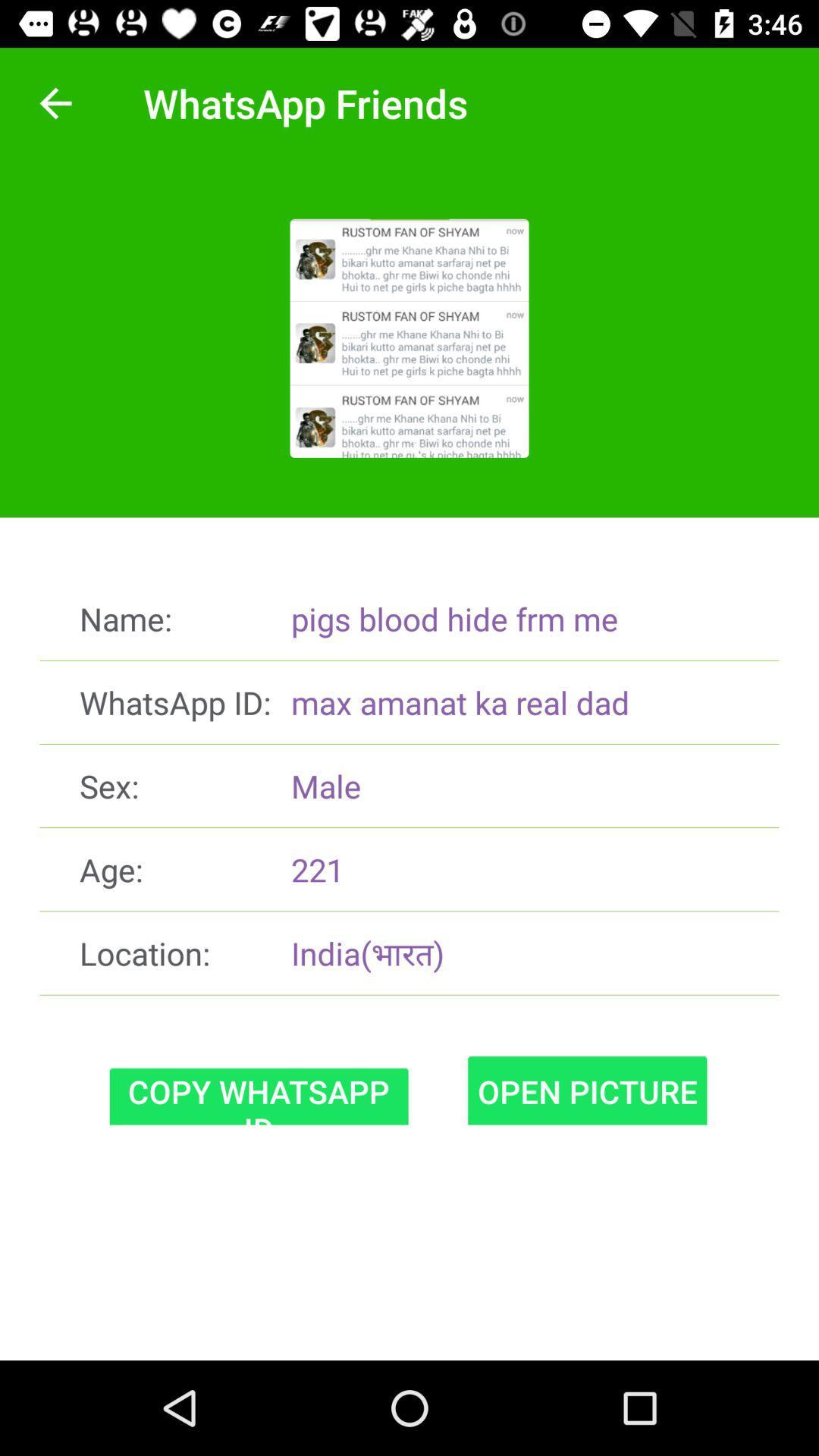 This screenshot has height=1456, width=819. What do you see at coordinates (586, 1089) in the screenshot?
I see `item to the right of the copy whatsapp id item` at bounding box center [586, 1089].